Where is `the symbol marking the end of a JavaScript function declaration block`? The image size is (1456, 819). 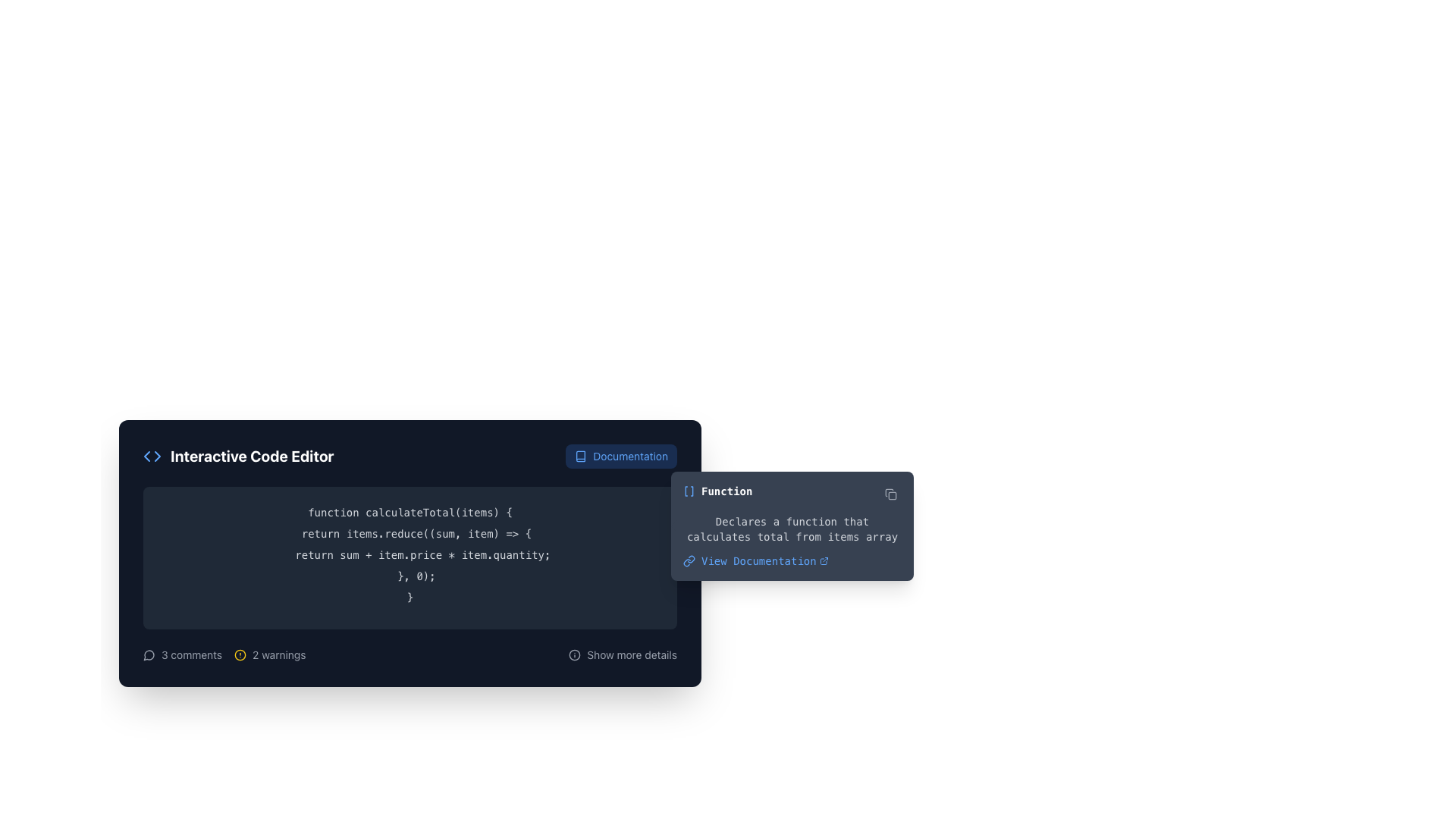
the symbol marking the end of a JavaScript function declaration block is located at coordinates (410, 596).